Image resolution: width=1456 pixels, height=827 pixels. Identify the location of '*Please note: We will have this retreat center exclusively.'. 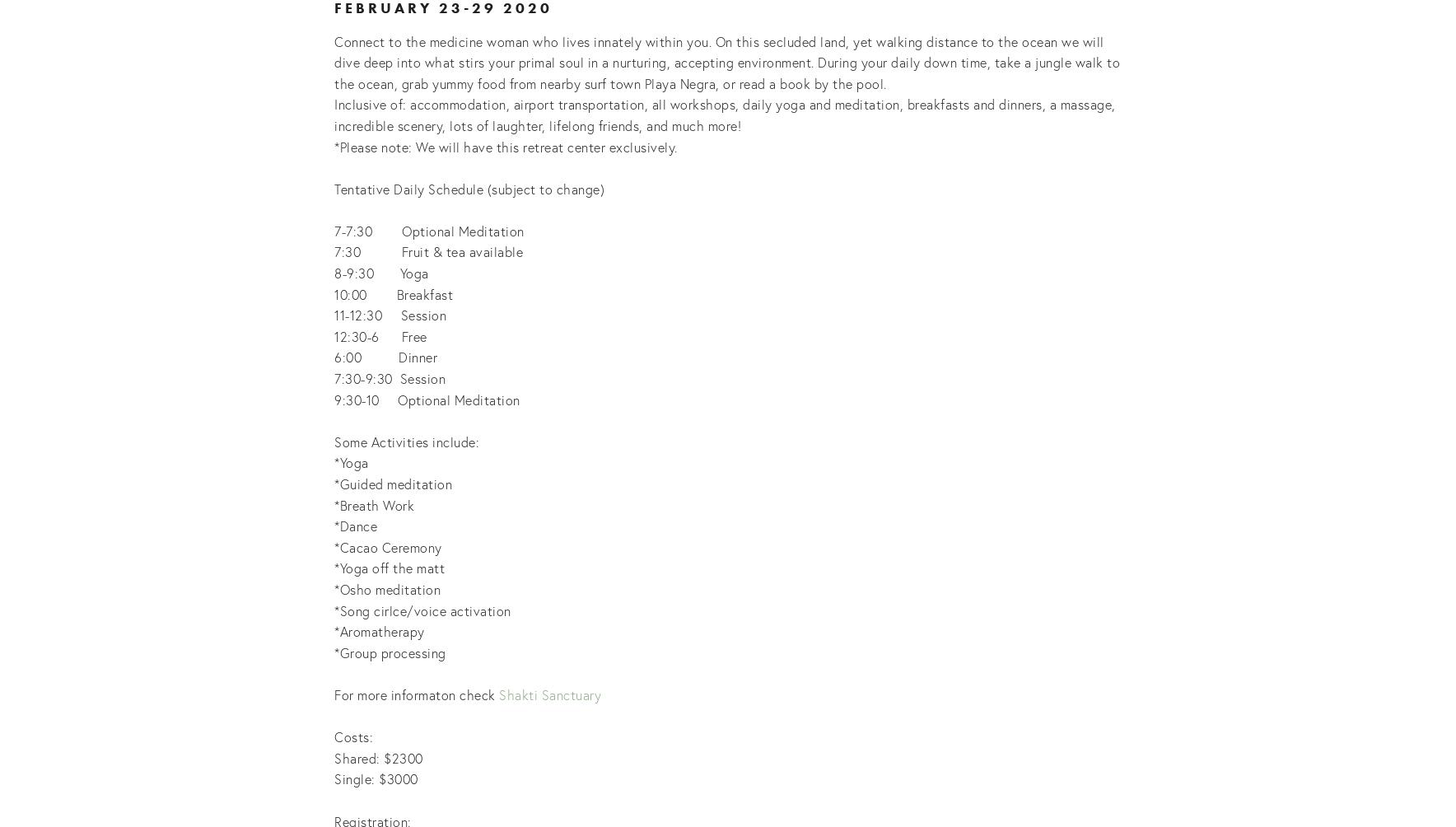
(505, 145).